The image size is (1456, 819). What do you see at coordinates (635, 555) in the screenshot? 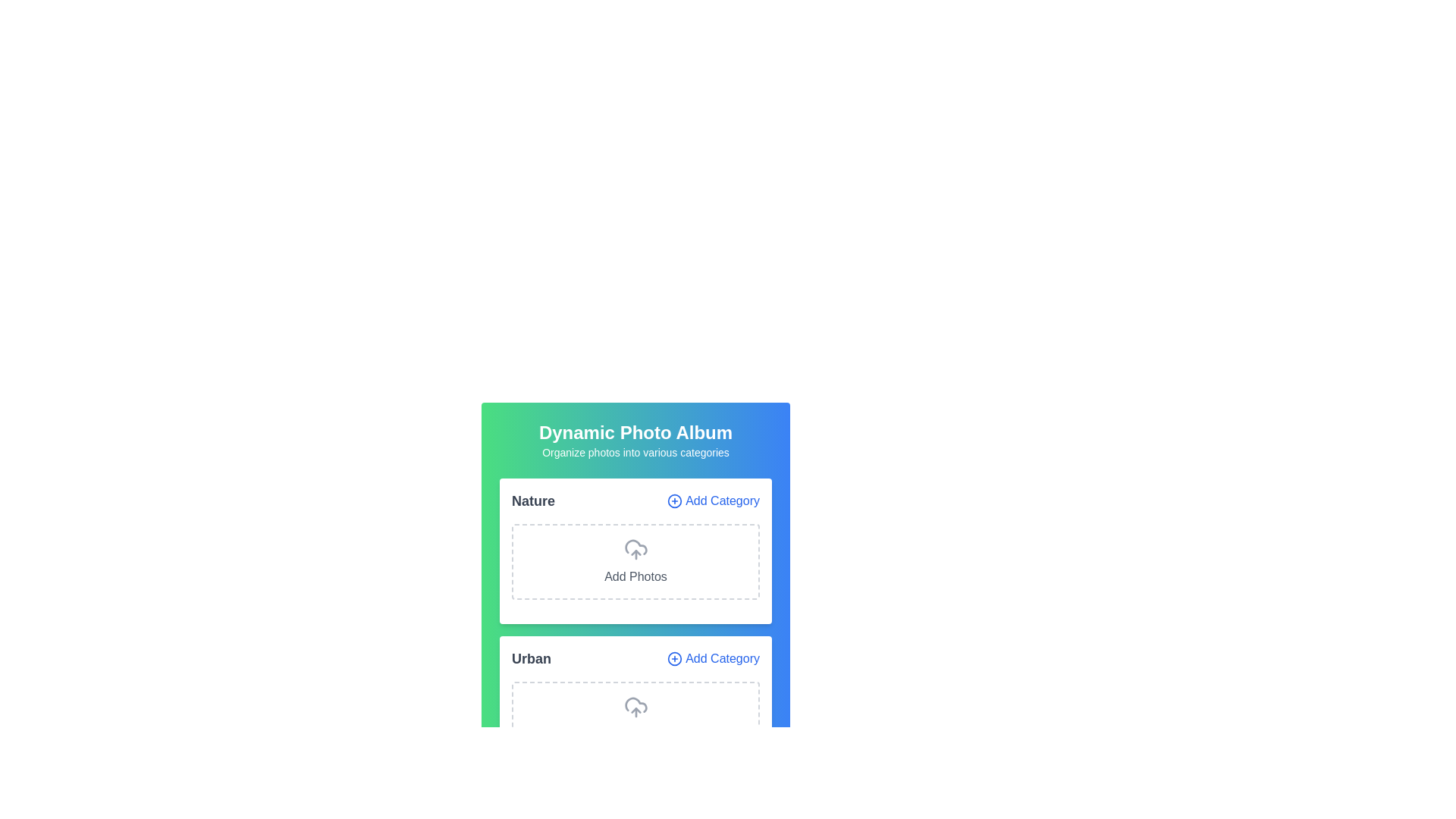
I see `the clickable upload button located below the 'Nature' heading` at bounding box center [635, 555].